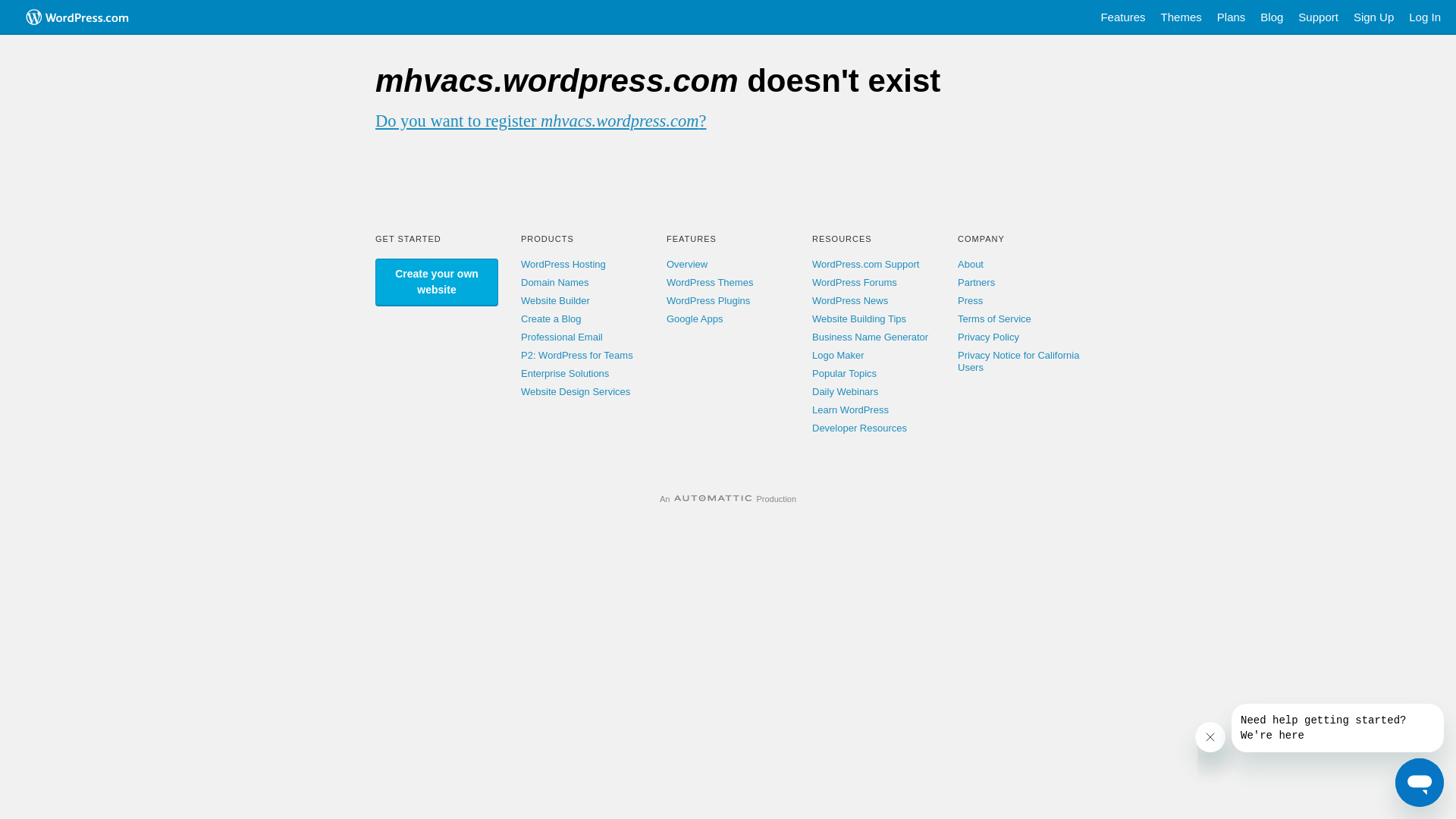 This screenshot has height=819, width=1456. Describe the element at coordinates (686, 263) in the screenshot. I see `'Overview'` at that location.